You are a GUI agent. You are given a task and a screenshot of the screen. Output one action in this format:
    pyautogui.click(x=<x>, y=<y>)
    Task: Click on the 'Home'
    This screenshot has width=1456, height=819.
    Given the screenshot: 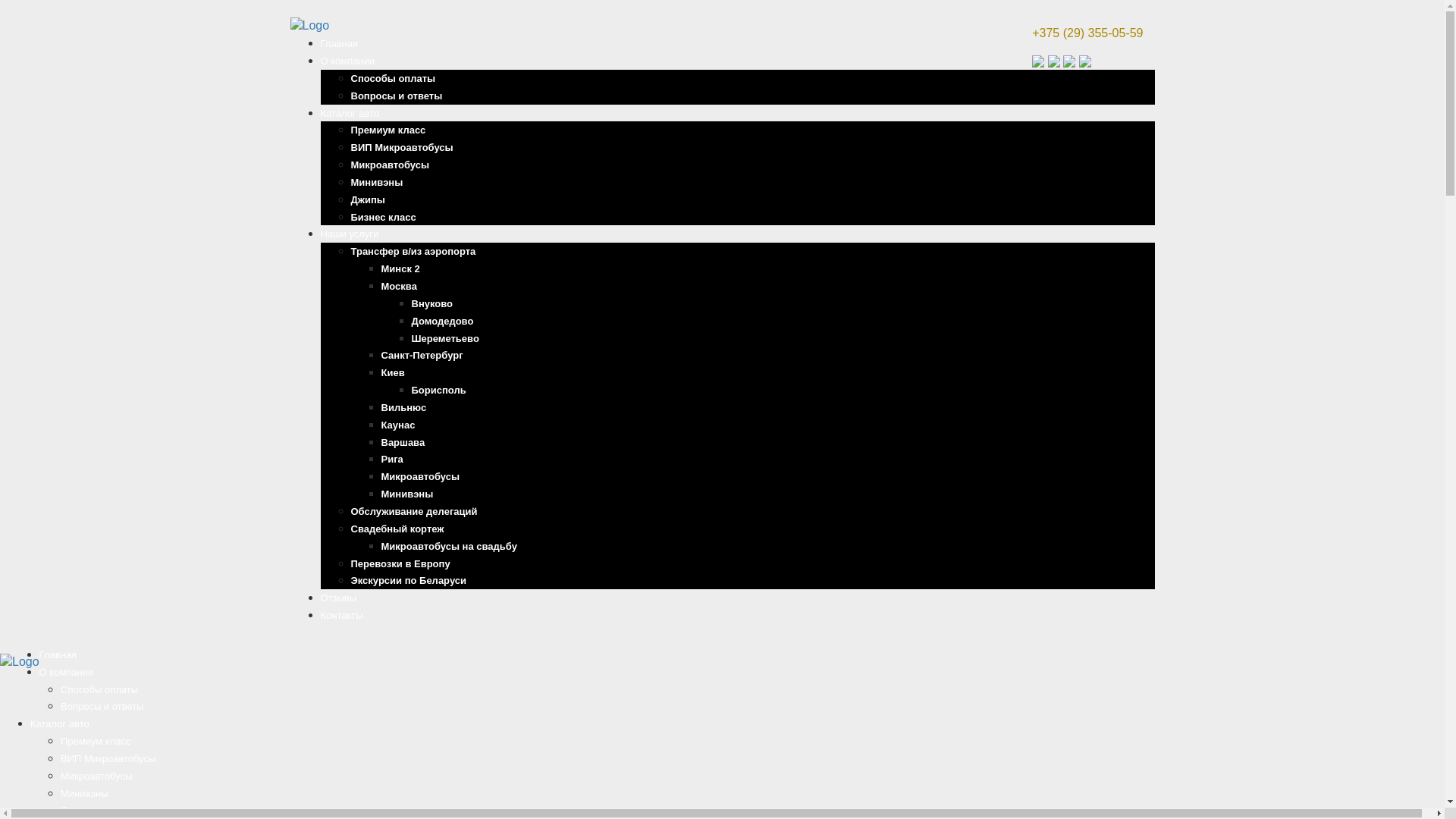 What is the action you would take?
    pyautogui.click(x=309, y=26)
    